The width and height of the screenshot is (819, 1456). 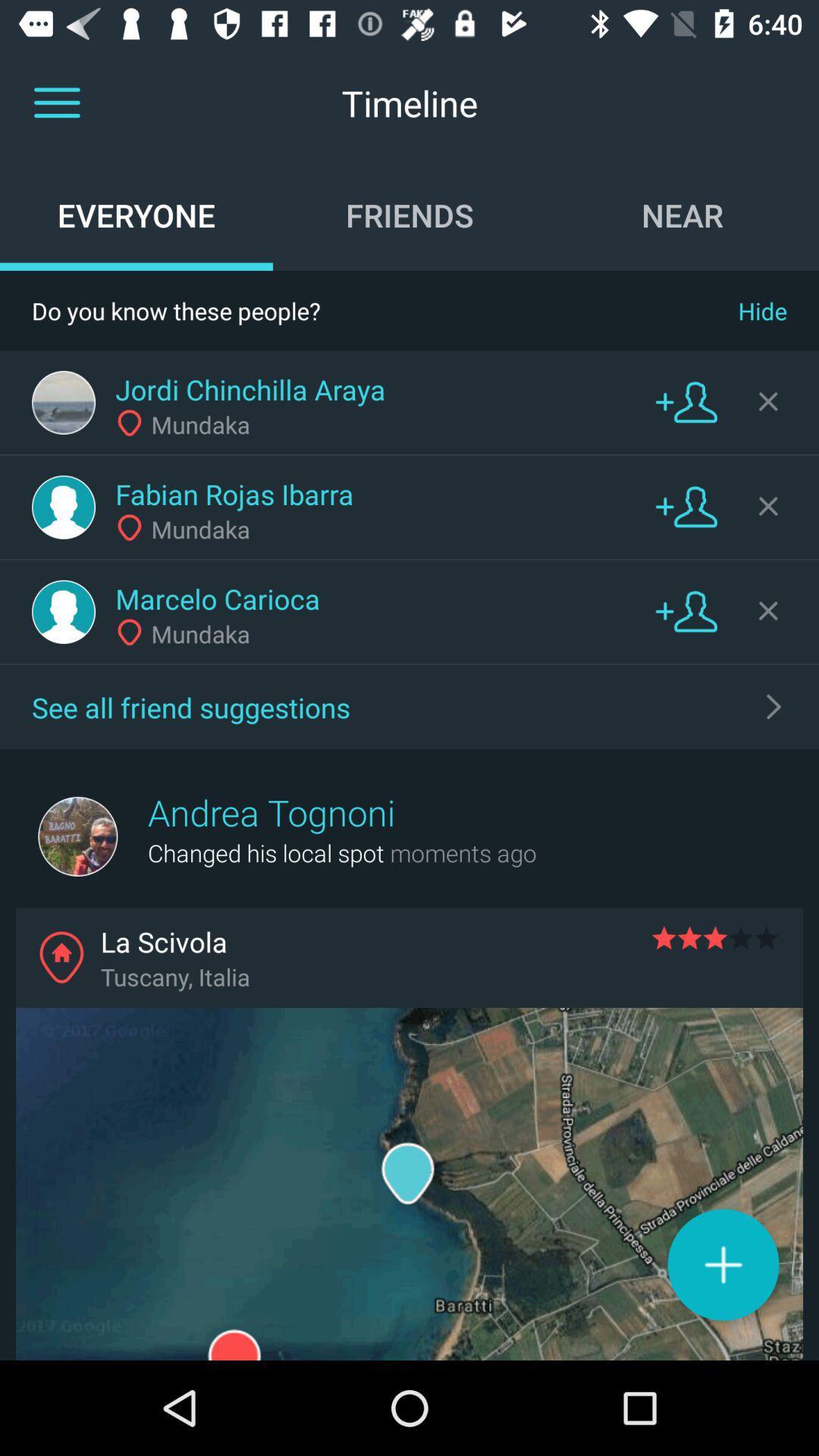 I want to click on the add icon, so click(x=722, y=1264).